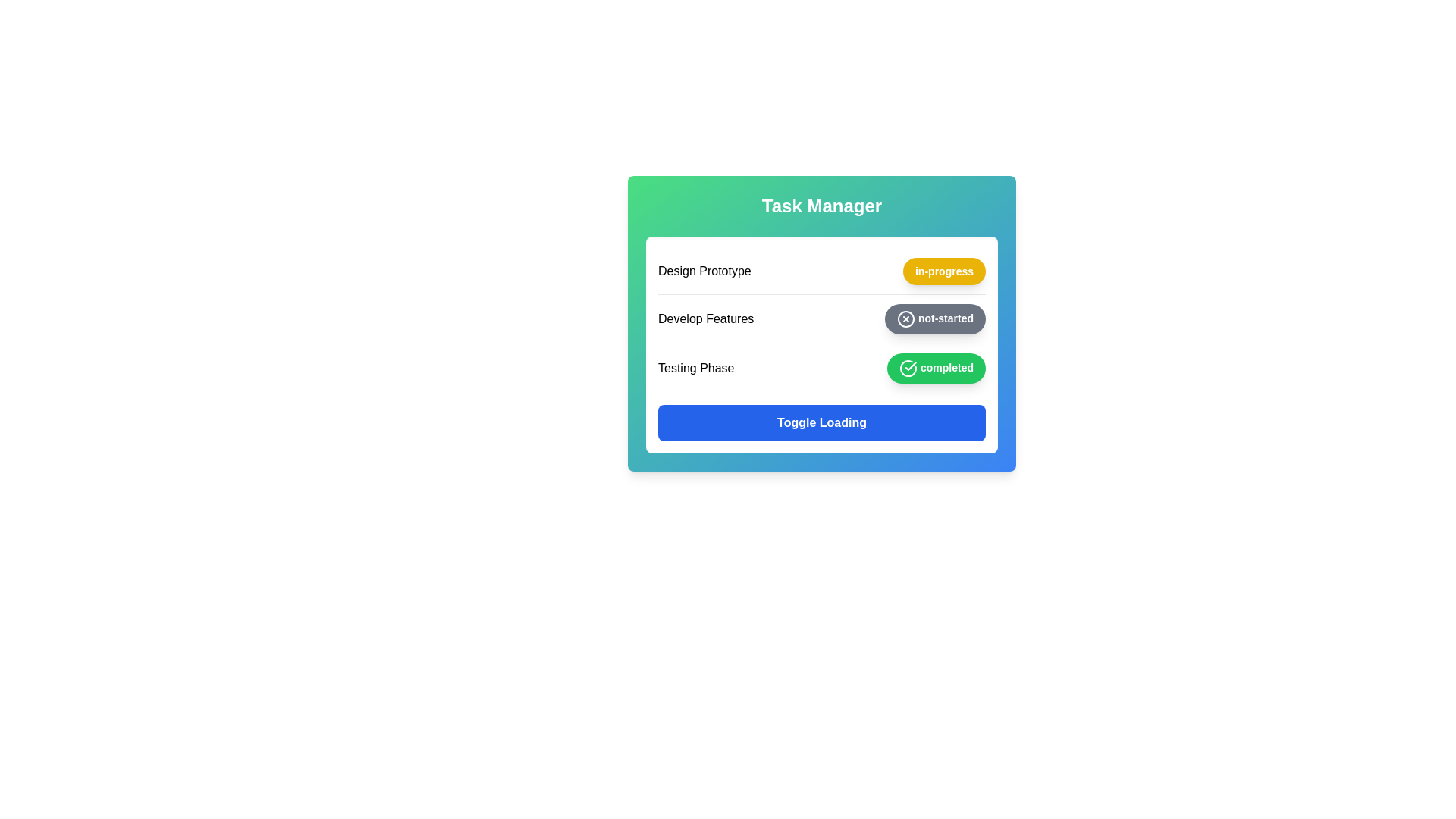 The image size is (1456, 819). Describe the element at coordinates (821, 423) in the screenshot. I see `the 'Toggle Loading' button` at that location.